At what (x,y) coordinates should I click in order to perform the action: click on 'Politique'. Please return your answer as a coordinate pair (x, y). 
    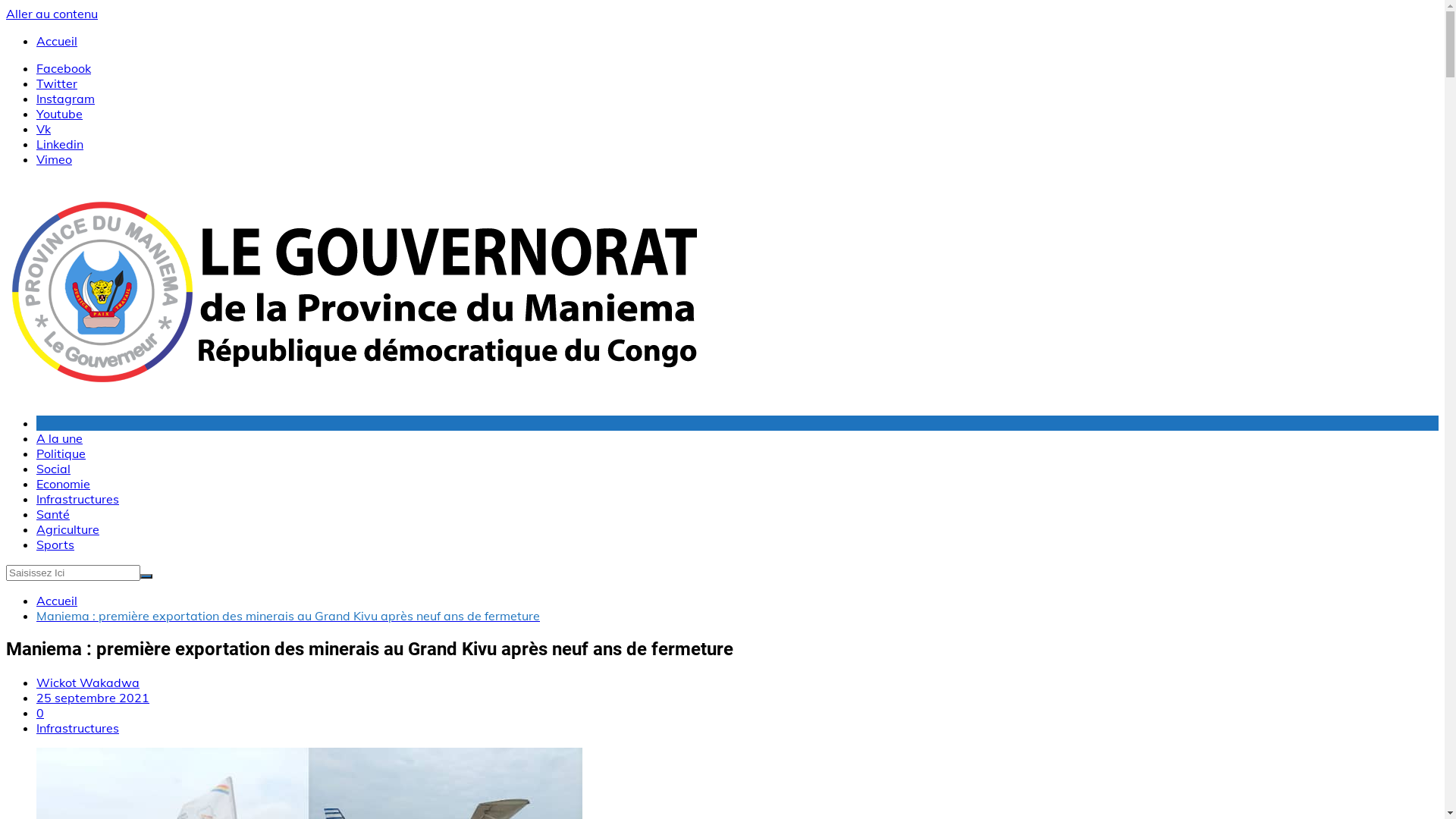
    Looking at the image, I should click on (36, 452).